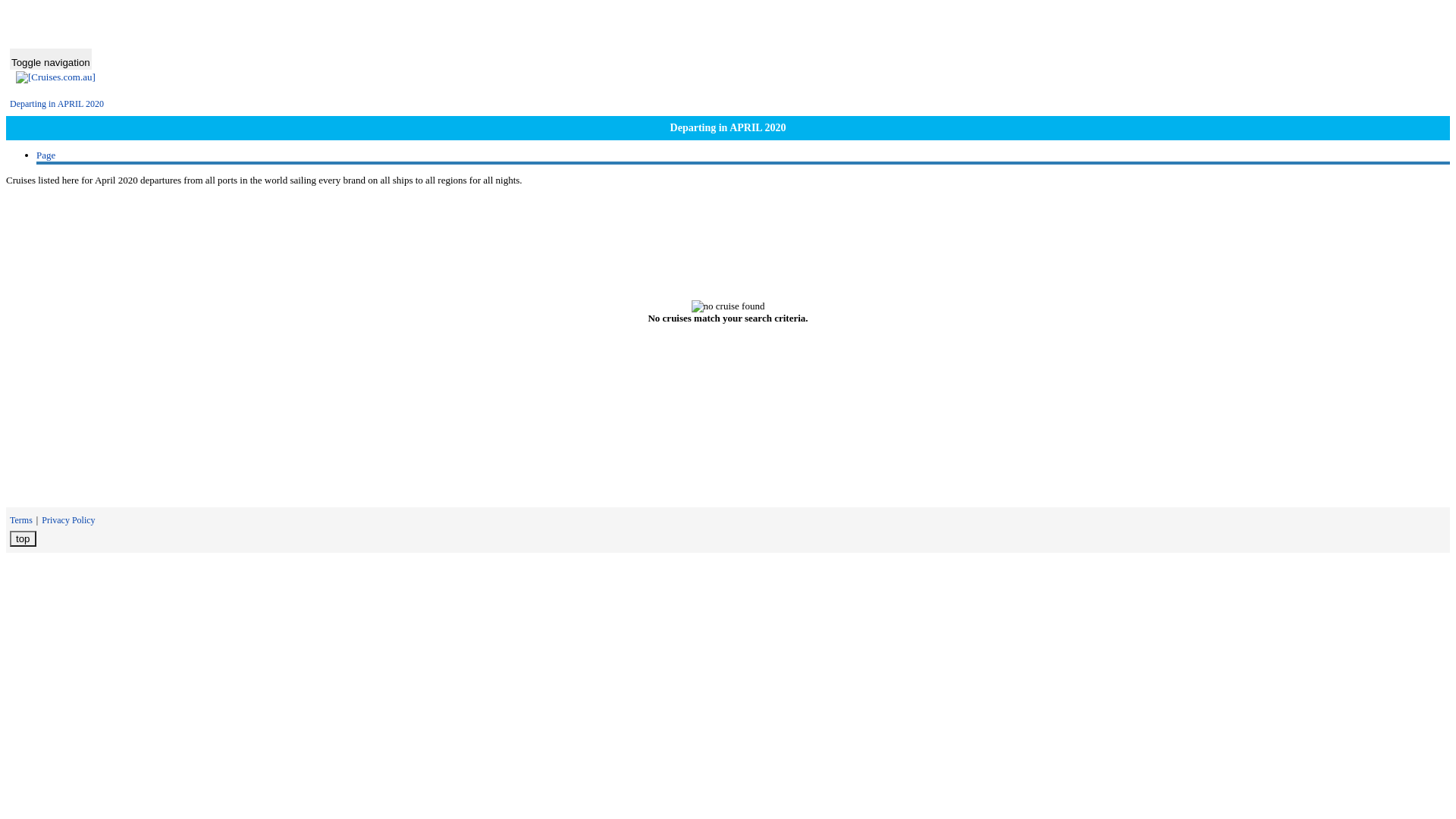 This screenshot has width=1456, height=819. What do you see at coordinates (57, 103) in the screenshot?
I see `'Departing in APRIL 2020'` at bounding box center [57, 103].